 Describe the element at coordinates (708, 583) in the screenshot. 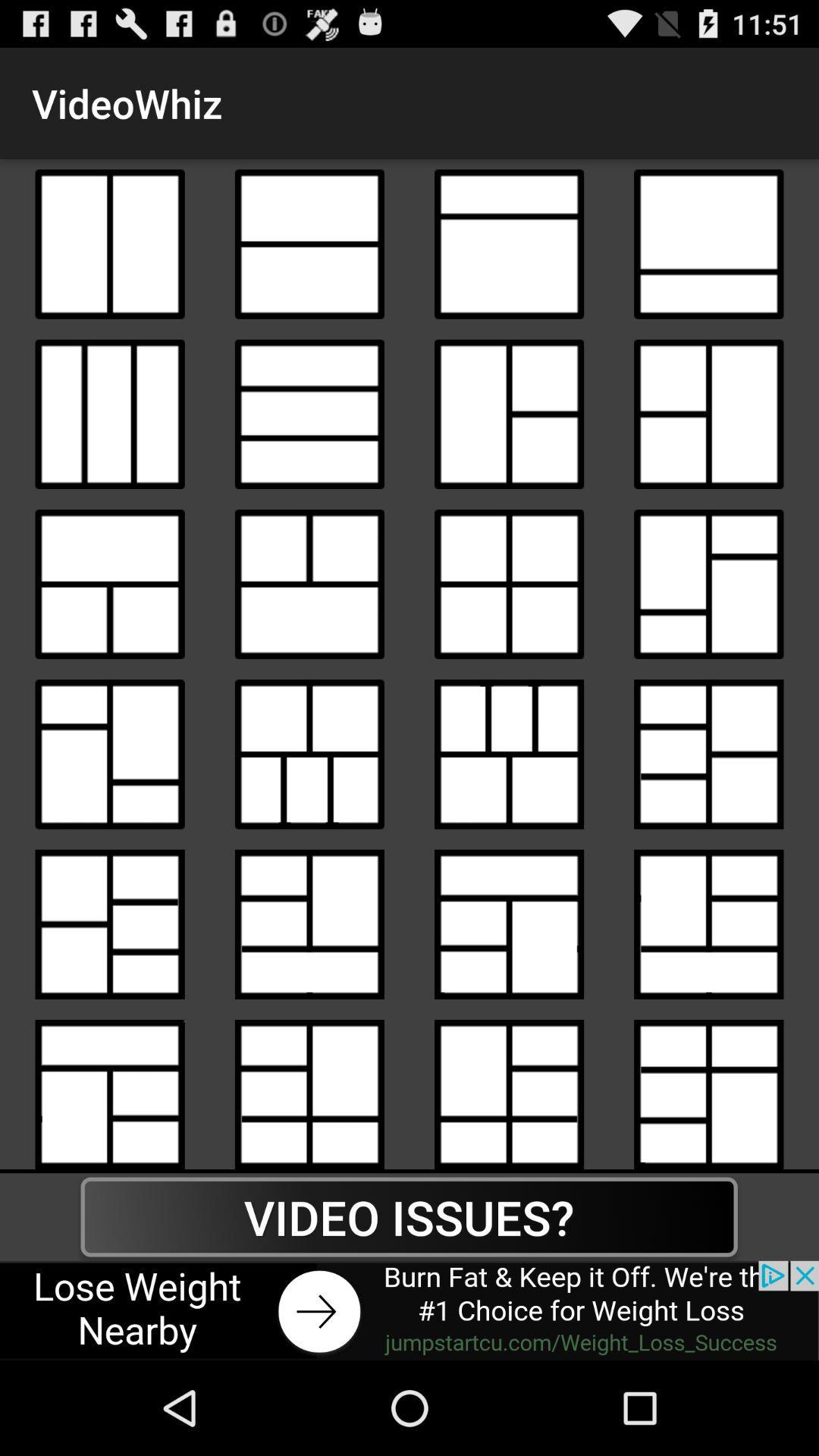

I see `image` at that location.